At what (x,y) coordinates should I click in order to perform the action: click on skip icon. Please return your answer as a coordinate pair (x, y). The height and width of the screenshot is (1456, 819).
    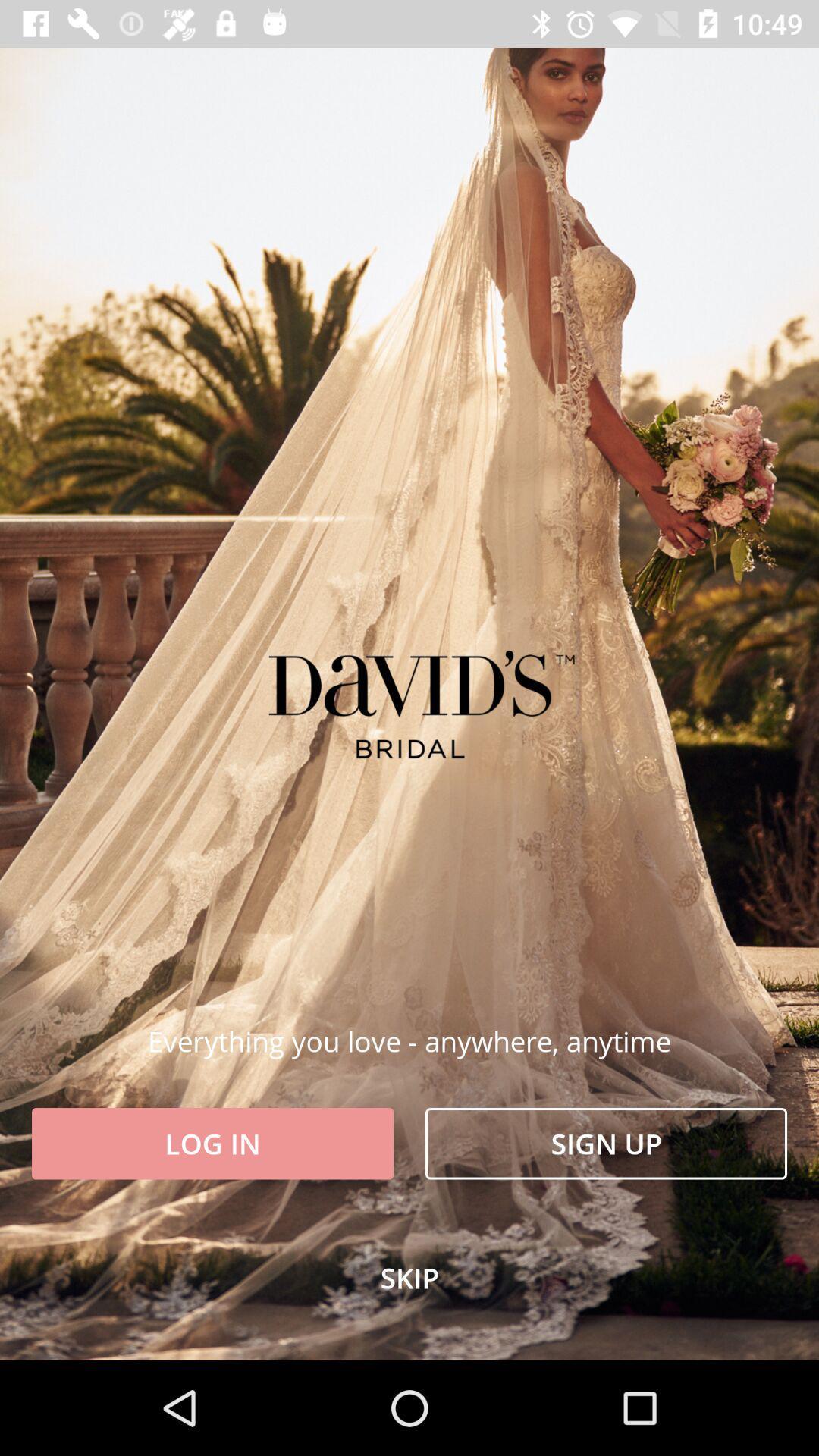
    Looking at the image, I should click on (409, 1277).